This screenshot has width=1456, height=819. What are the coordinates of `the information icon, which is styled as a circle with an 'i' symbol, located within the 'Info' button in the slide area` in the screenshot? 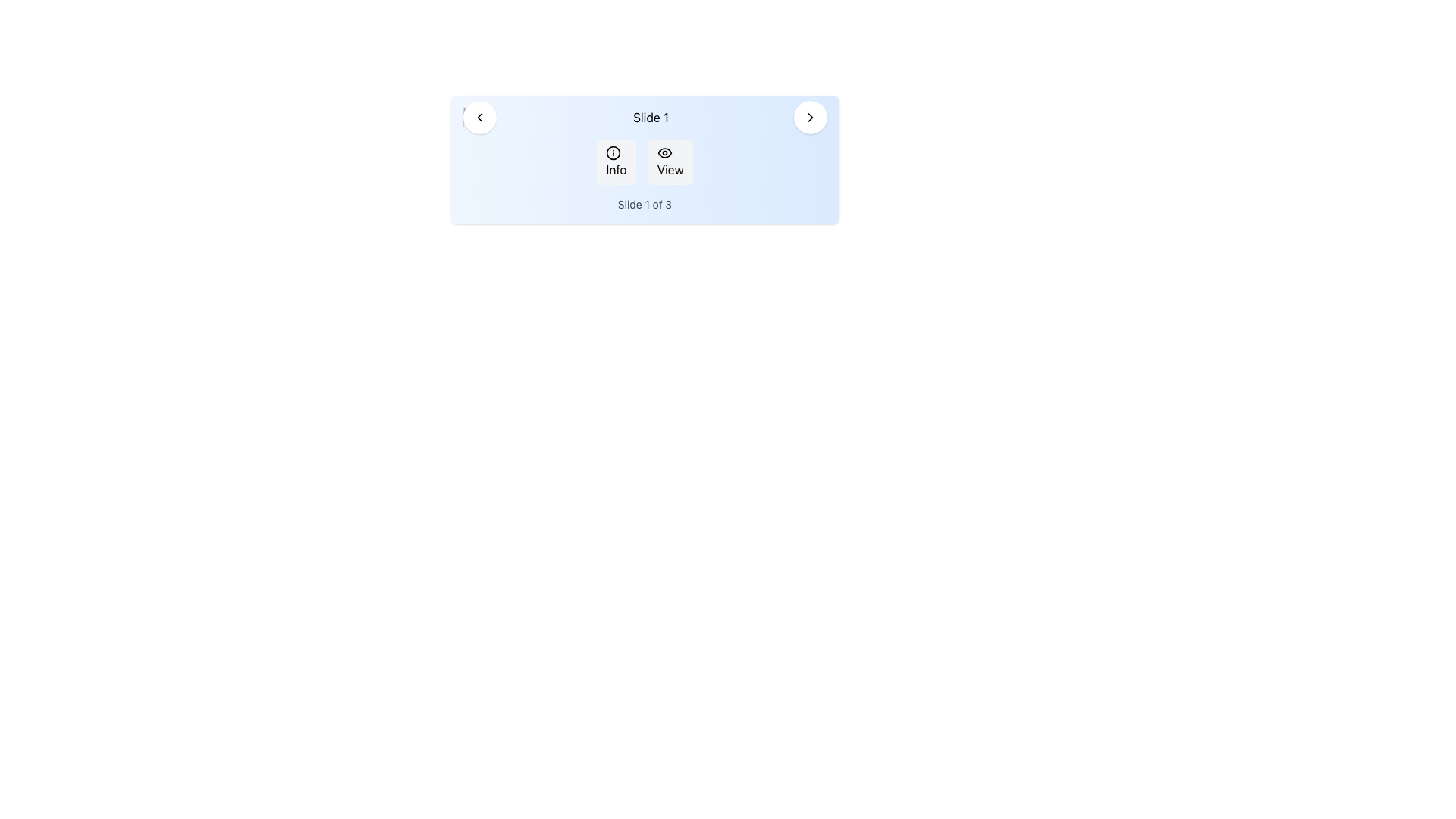 It's located at (613, 152).